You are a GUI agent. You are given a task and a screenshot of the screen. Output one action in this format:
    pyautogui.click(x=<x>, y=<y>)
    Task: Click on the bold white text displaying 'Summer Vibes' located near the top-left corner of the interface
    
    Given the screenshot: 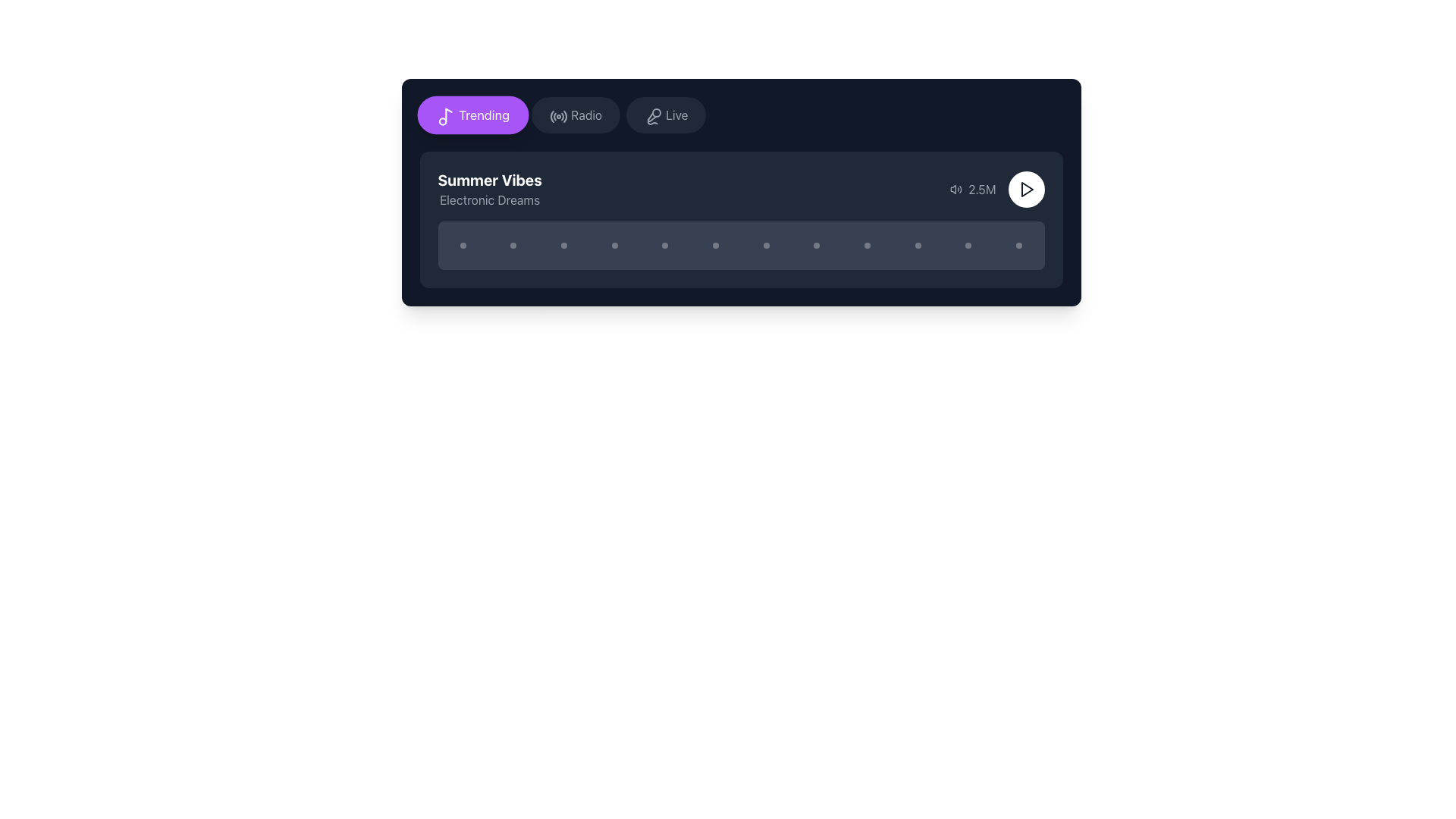 What is the action you would take?
    pyautogui.click(x=490, y=180)
    